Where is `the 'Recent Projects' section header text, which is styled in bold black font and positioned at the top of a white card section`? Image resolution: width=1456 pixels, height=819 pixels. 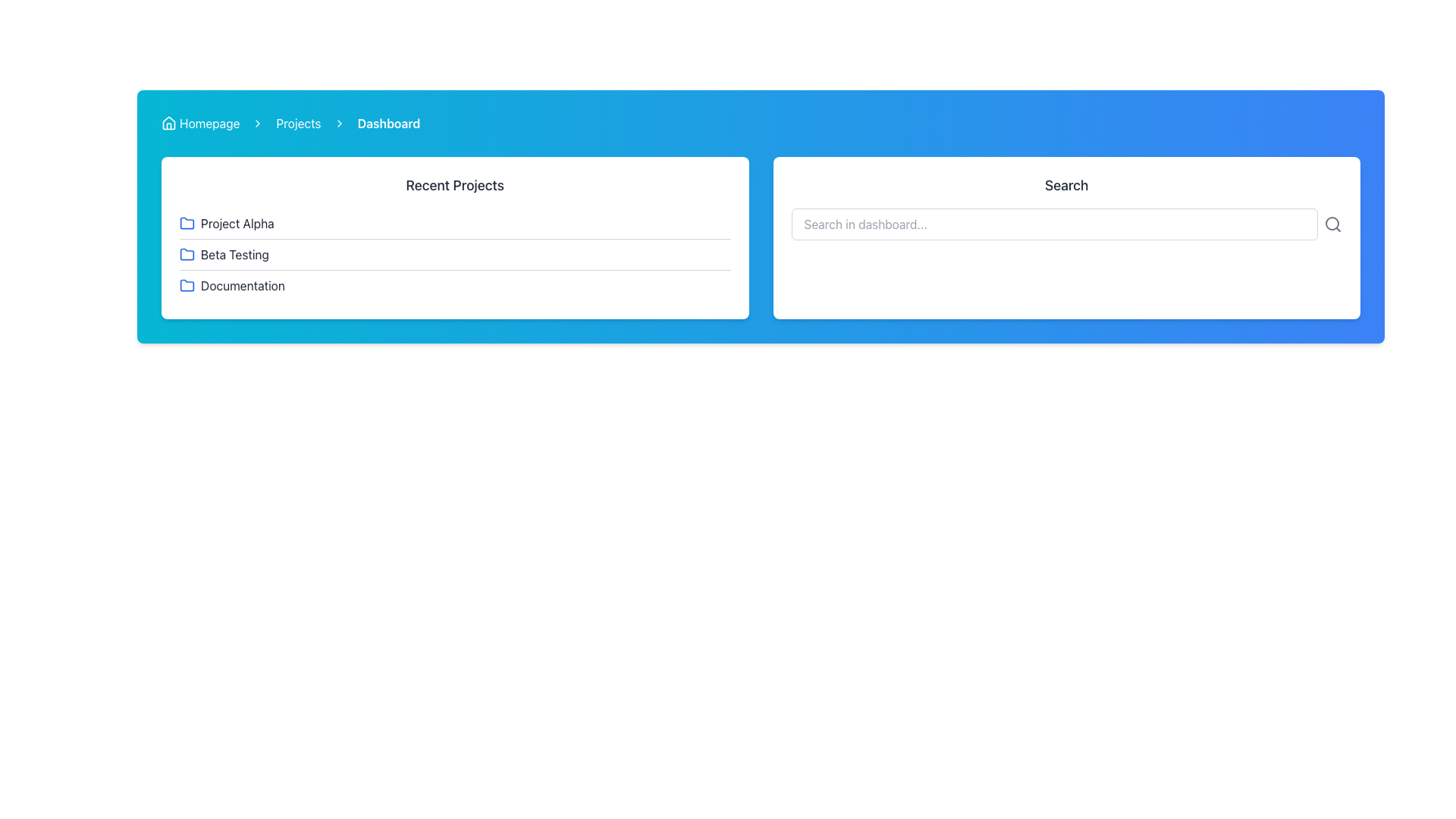
the 'Recent Projects' section header text, which is styled in bold black font and positioned at the top of a white card section is located at coordinates (454, 185).